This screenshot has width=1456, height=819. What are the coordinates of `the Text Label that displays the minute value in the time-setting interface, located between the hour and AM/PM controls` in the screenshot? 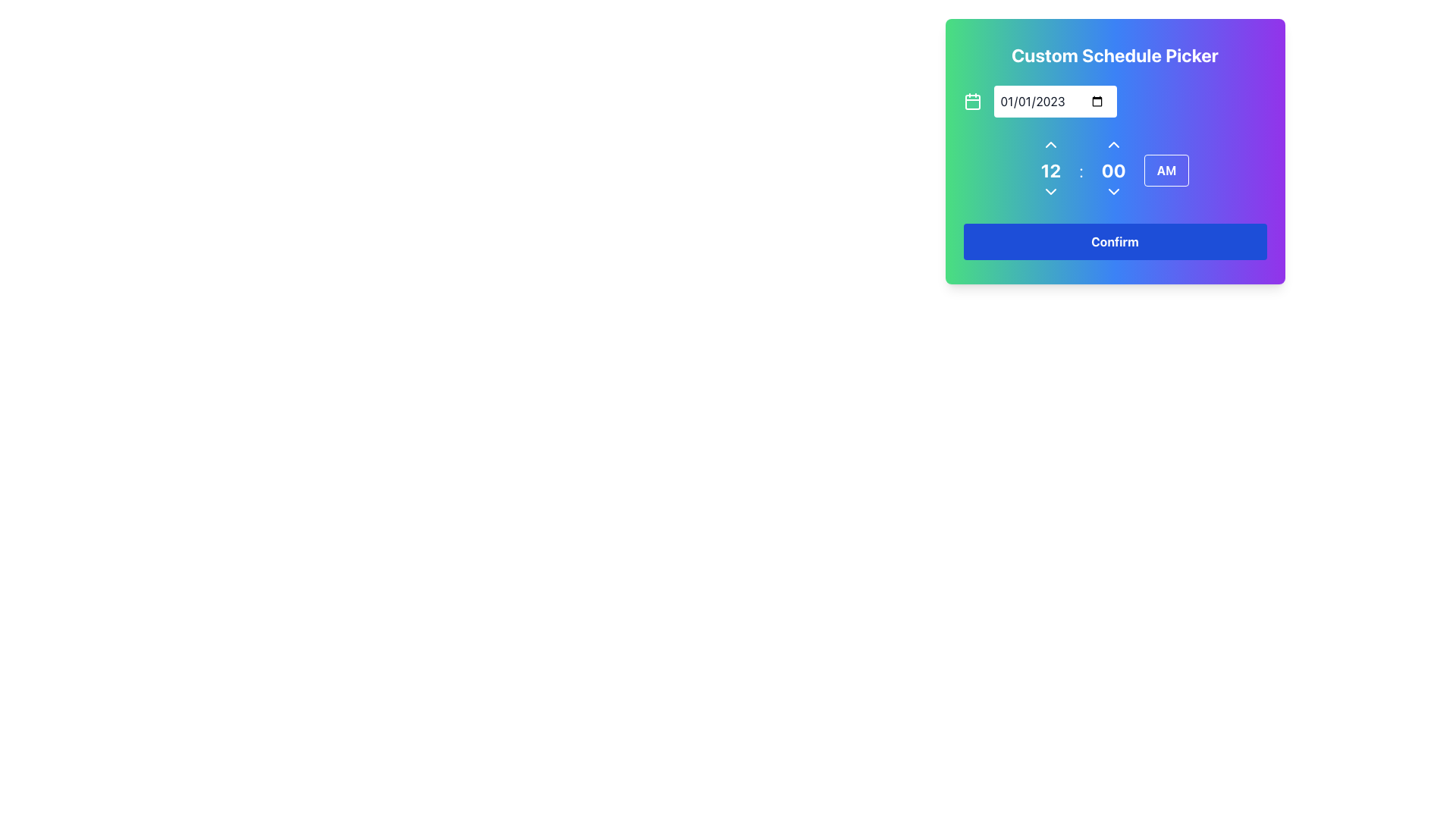 It's located at (1113, 170).